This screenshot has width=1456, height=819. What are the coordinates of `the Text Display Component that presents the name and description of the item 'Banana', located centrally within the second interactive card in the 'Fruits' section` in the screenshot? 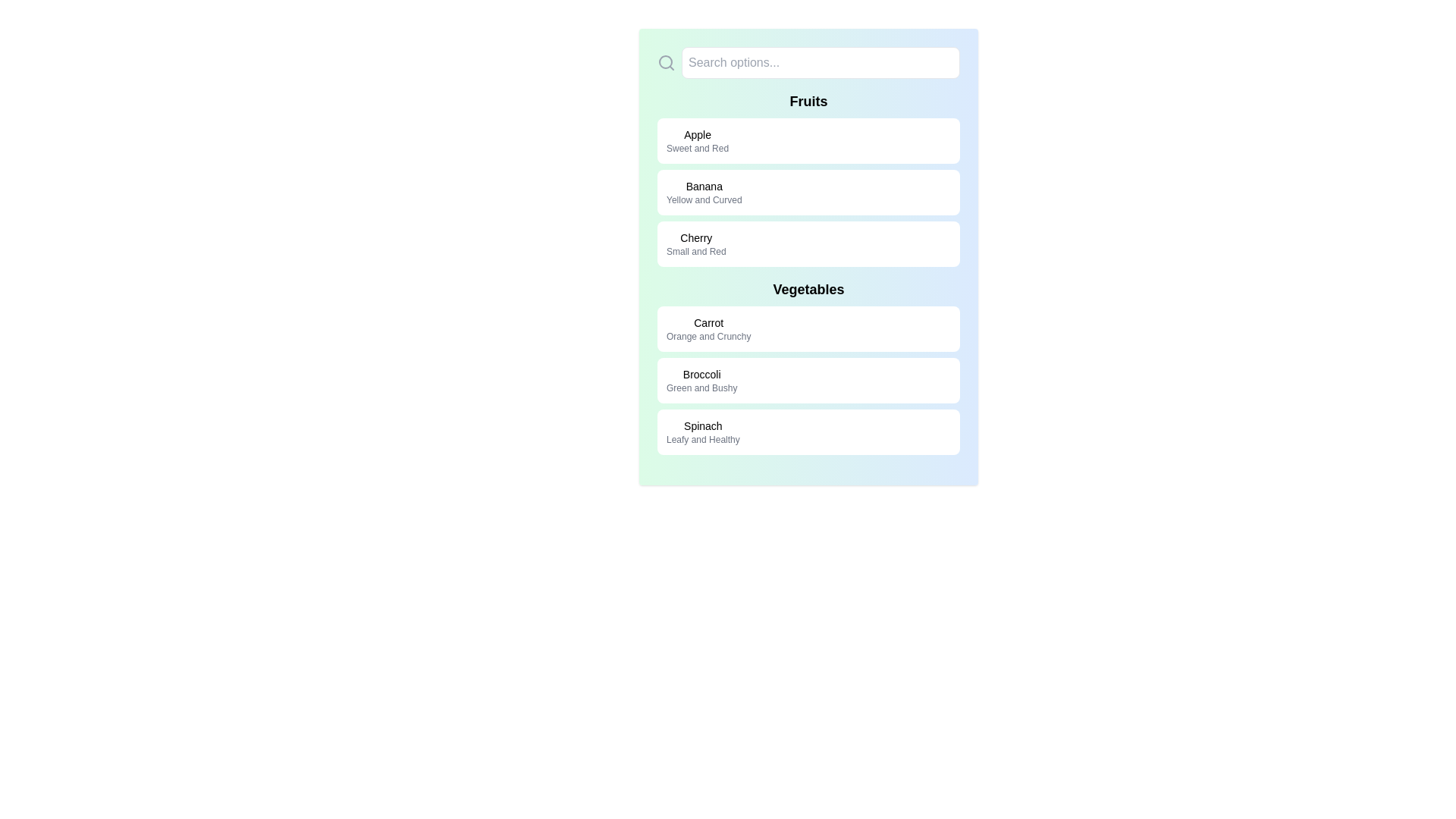 It's located at (703, 192).